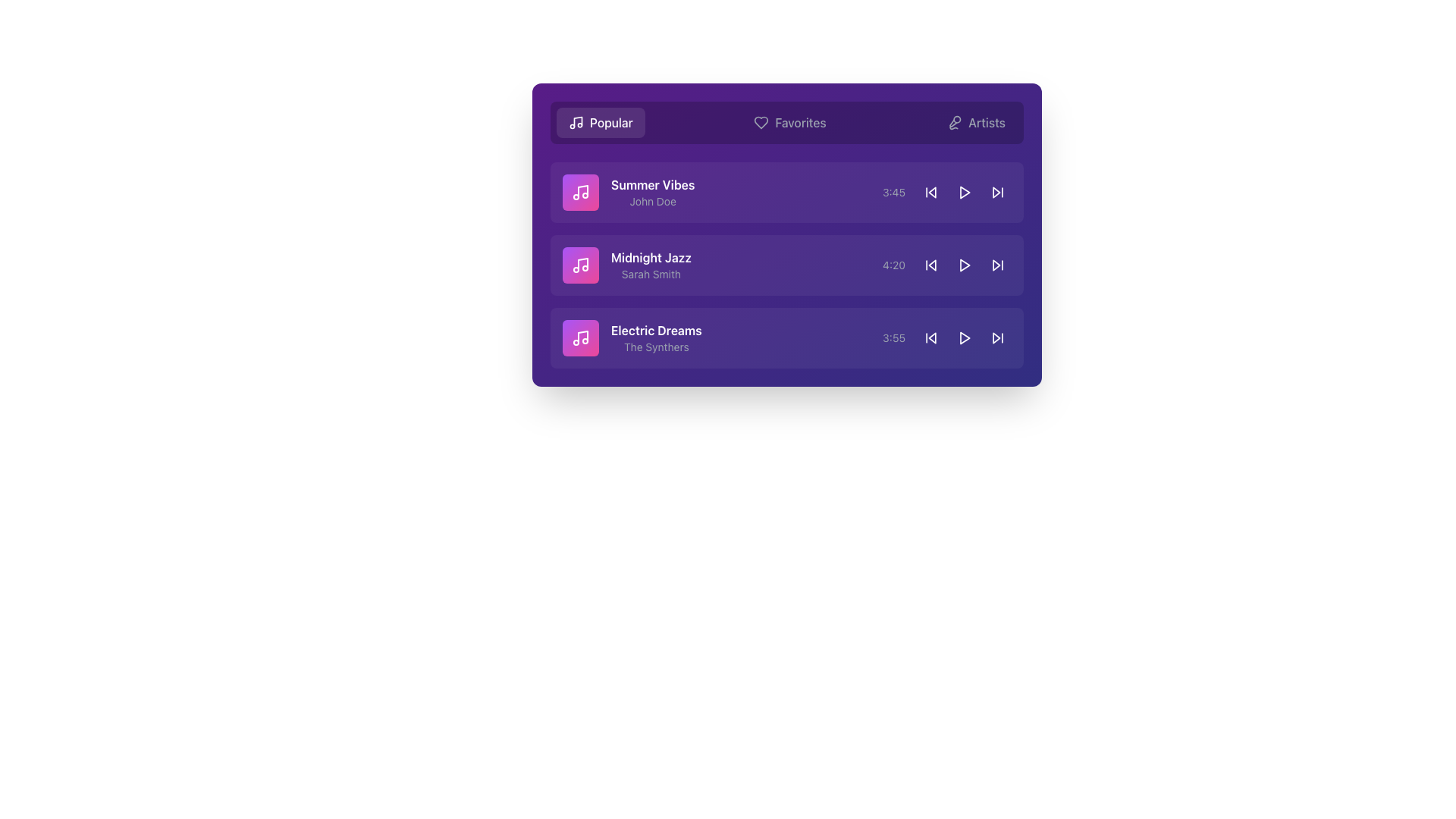 The width and height of the screenshot is (1456, 819). Describe the element at coordinates (575, 122) in the screenshot. I see `the 'Popular' category icon located at the top-left of the music tracks panel, before the text label 'Popular'` at that location.